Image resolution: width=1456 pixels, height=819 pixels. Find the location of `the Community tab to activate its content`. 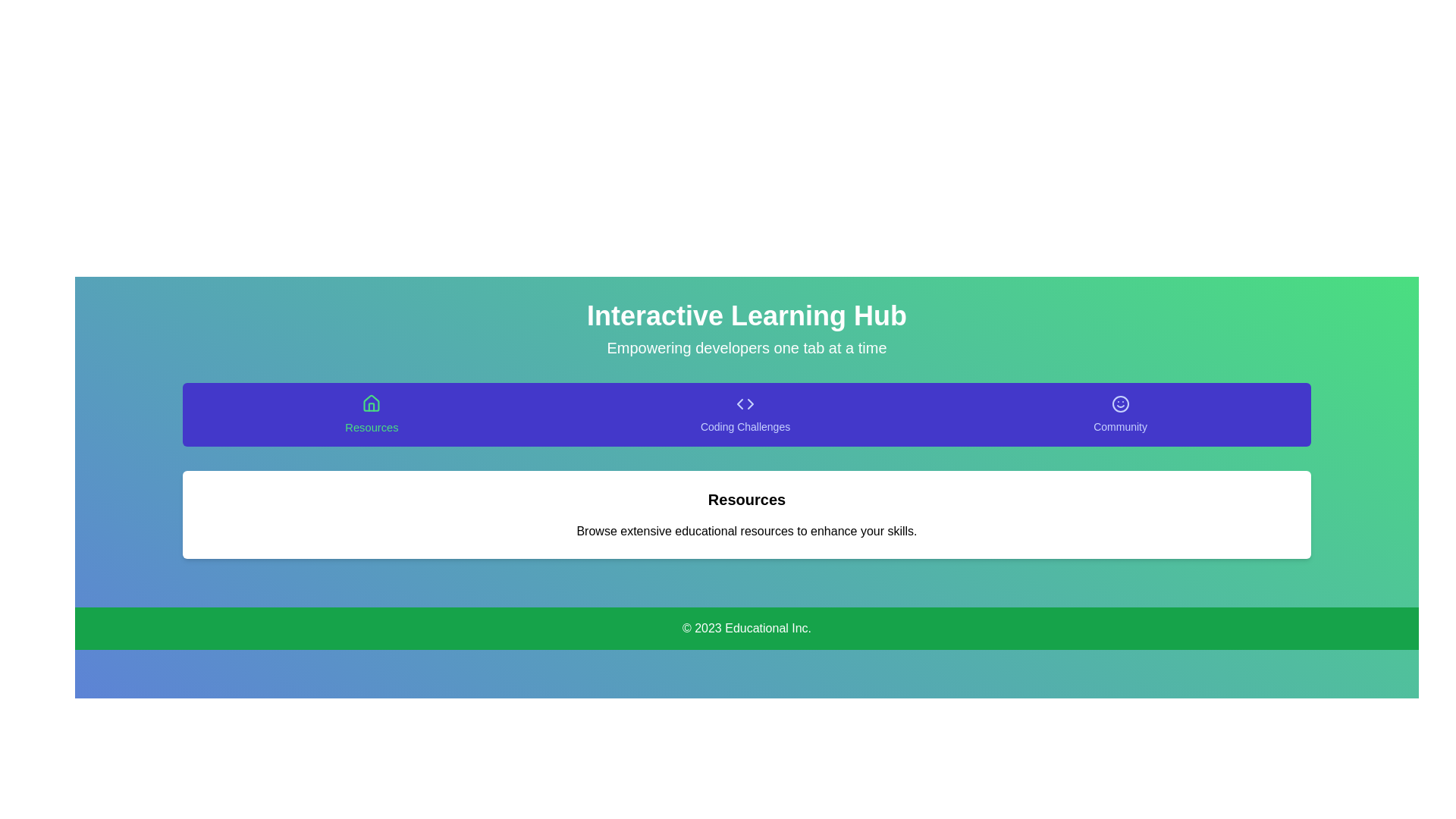

the Community tab to activate its content is located at coordinates (1120, 415).